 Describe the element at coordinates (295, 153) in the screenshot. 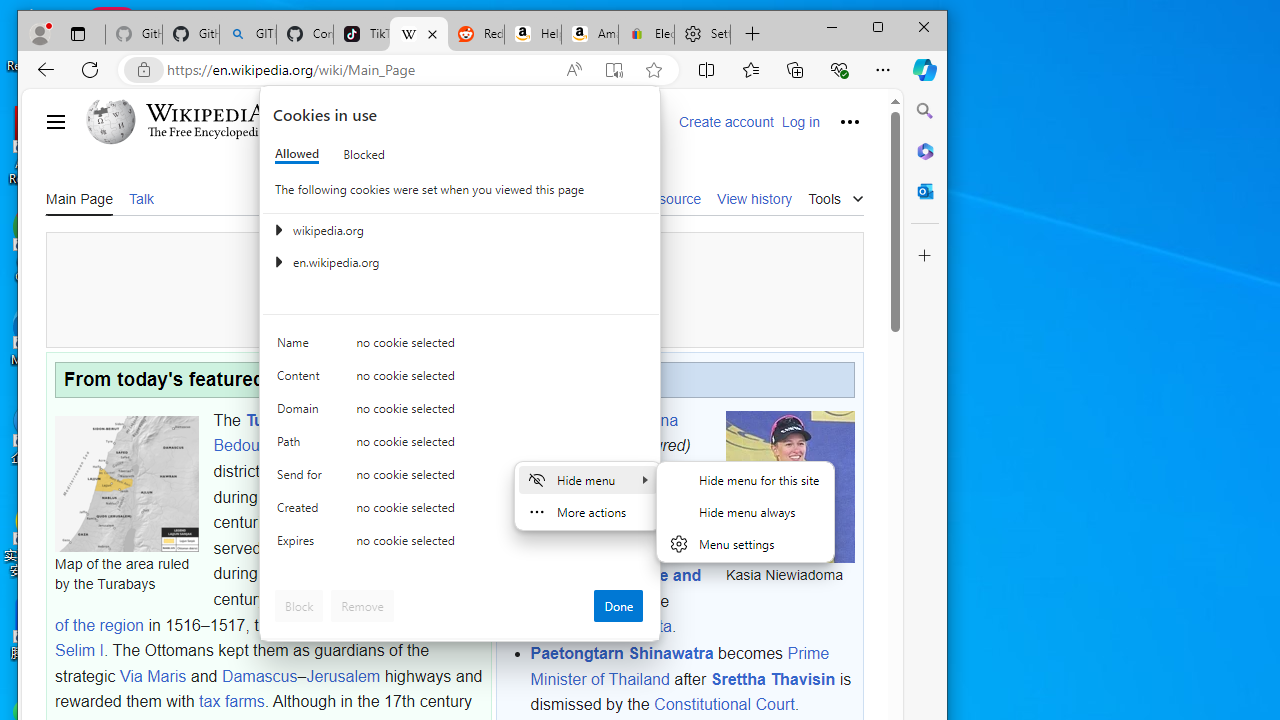

I see `'Allowed'` at that location.